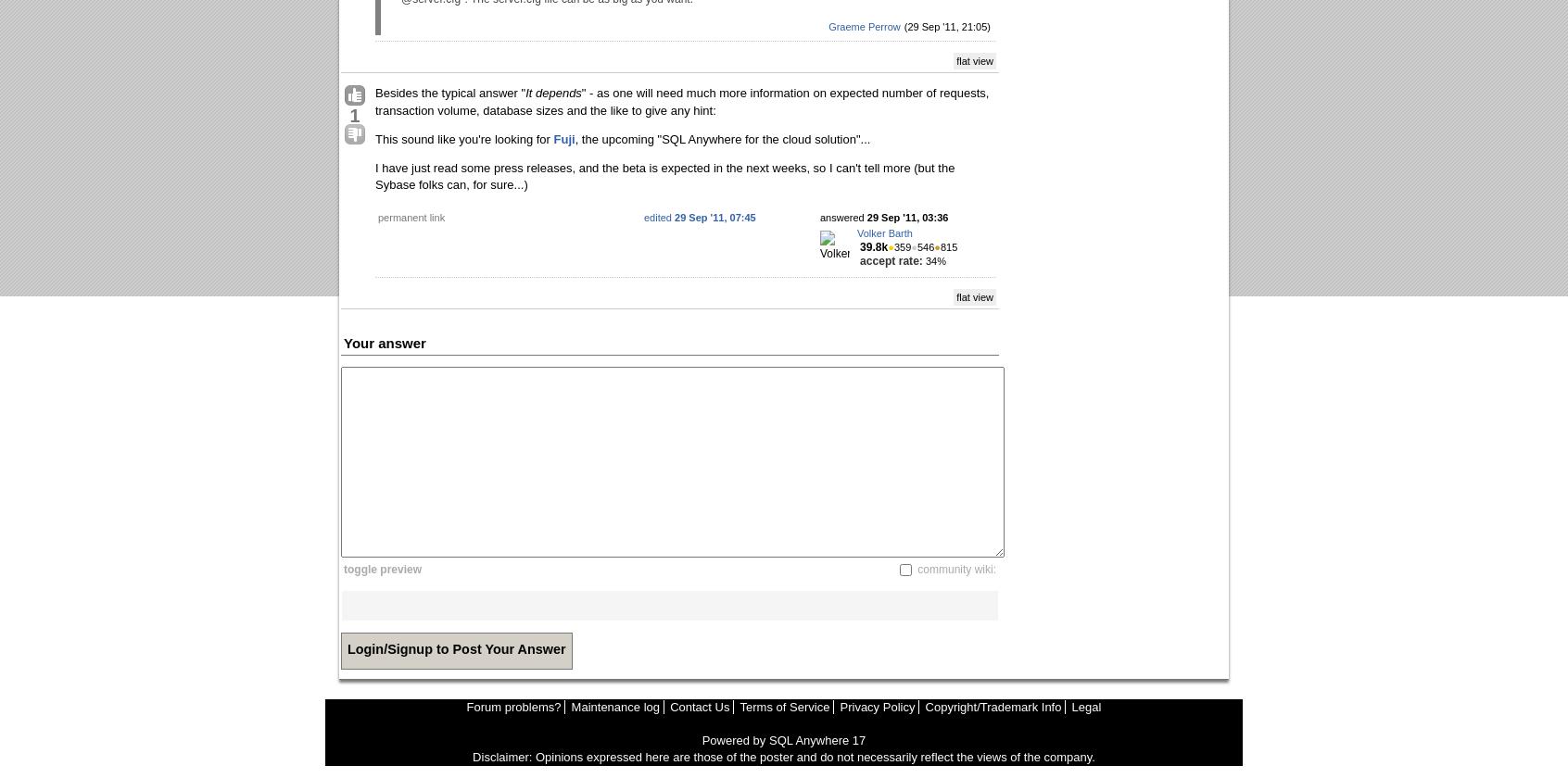 This screenshot has width=1568, height=778. What do you see at coordinates (783, 757) in the screenshot?
I see `'Disclaimer: Opinions expressed here are those of the poster and do not
necessarily reflect the views of the company.'` at bounding box center [783, 757].